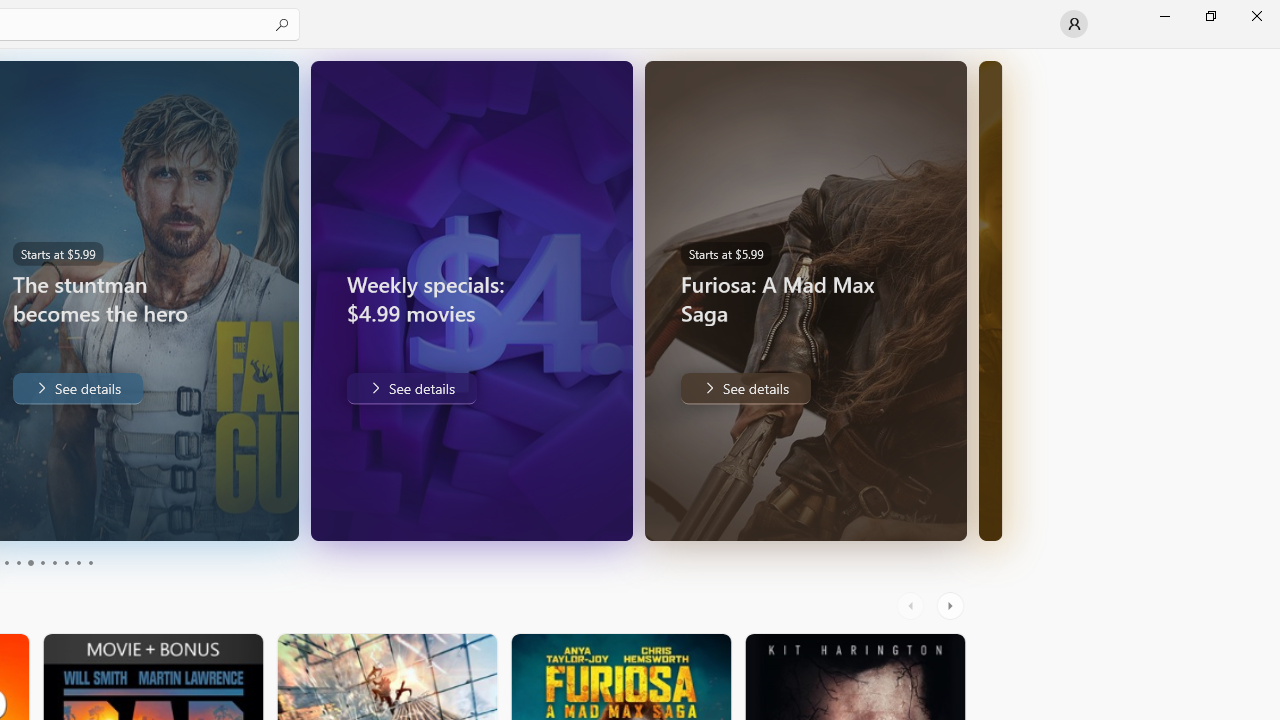  Describe the element at coordinates (65, 563) in the screenshot. I see `'Page 8'` at that location.